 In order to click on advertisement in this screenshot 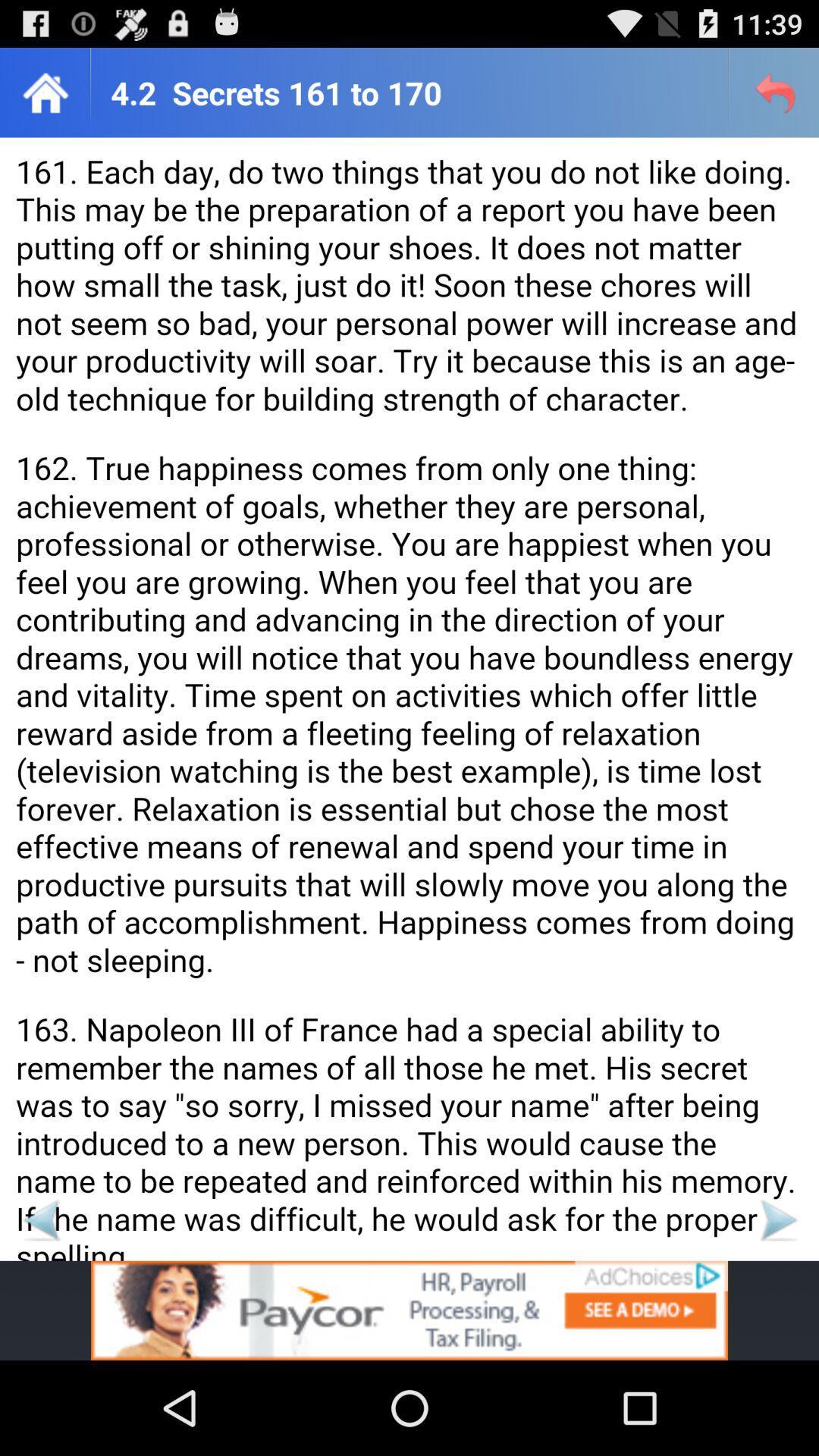, I will do `click(409, 1310)`.